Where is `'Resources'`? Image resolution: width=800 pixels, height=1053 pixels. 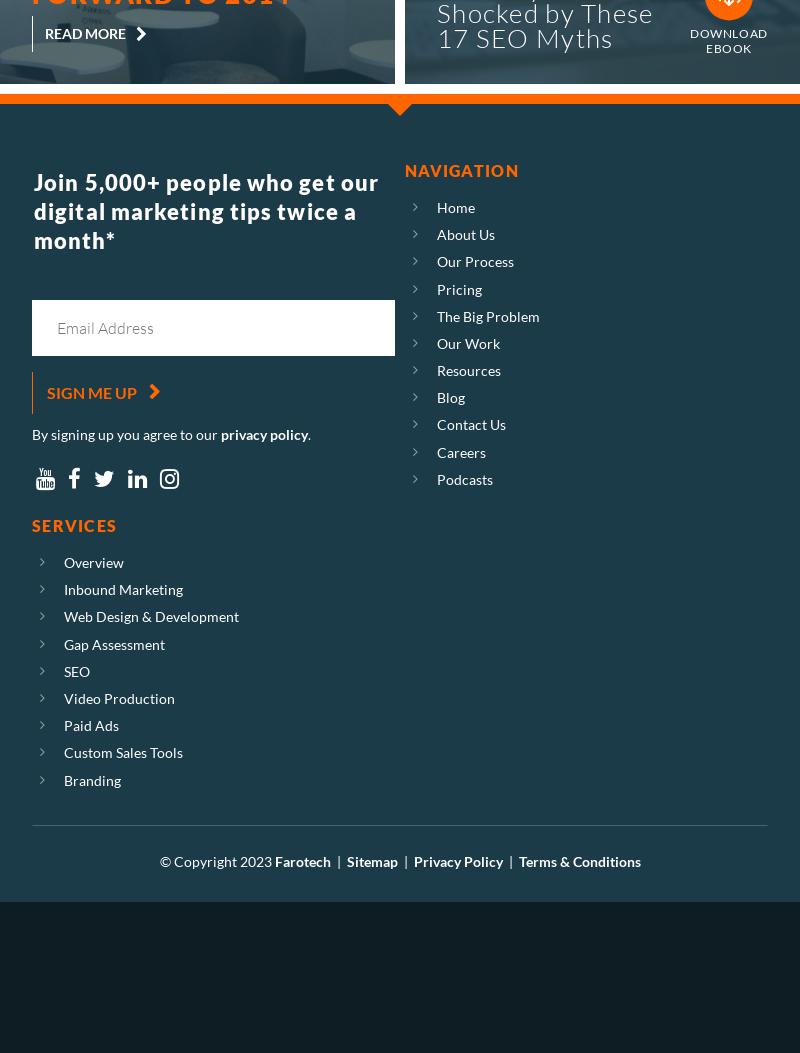 'Resources' is located at coordinates (468, 369).